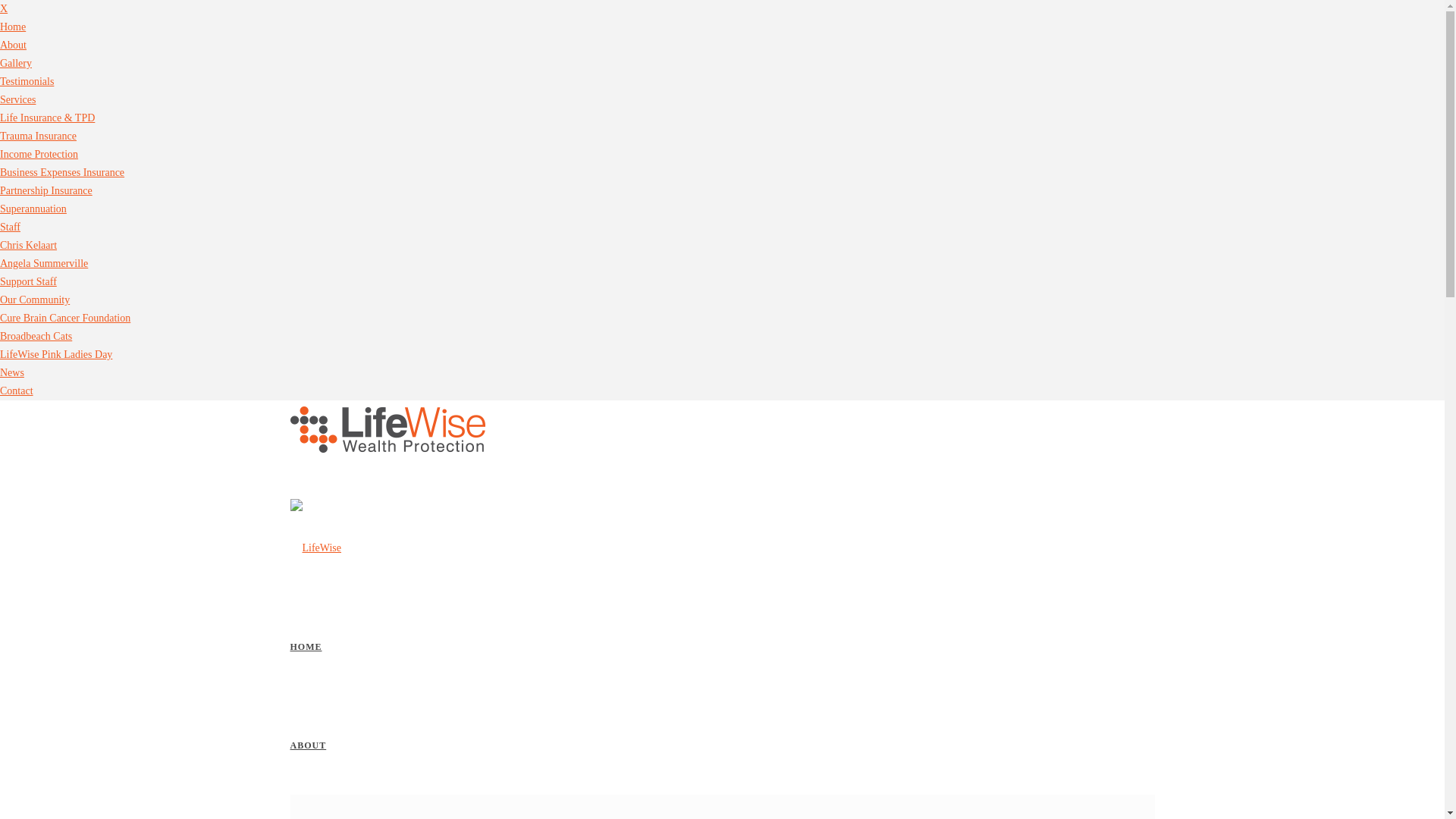  Describe the element at coordinates (64, 317) in the screenshot. I see `'Cure Brain Cancer Foundation'` at that location.